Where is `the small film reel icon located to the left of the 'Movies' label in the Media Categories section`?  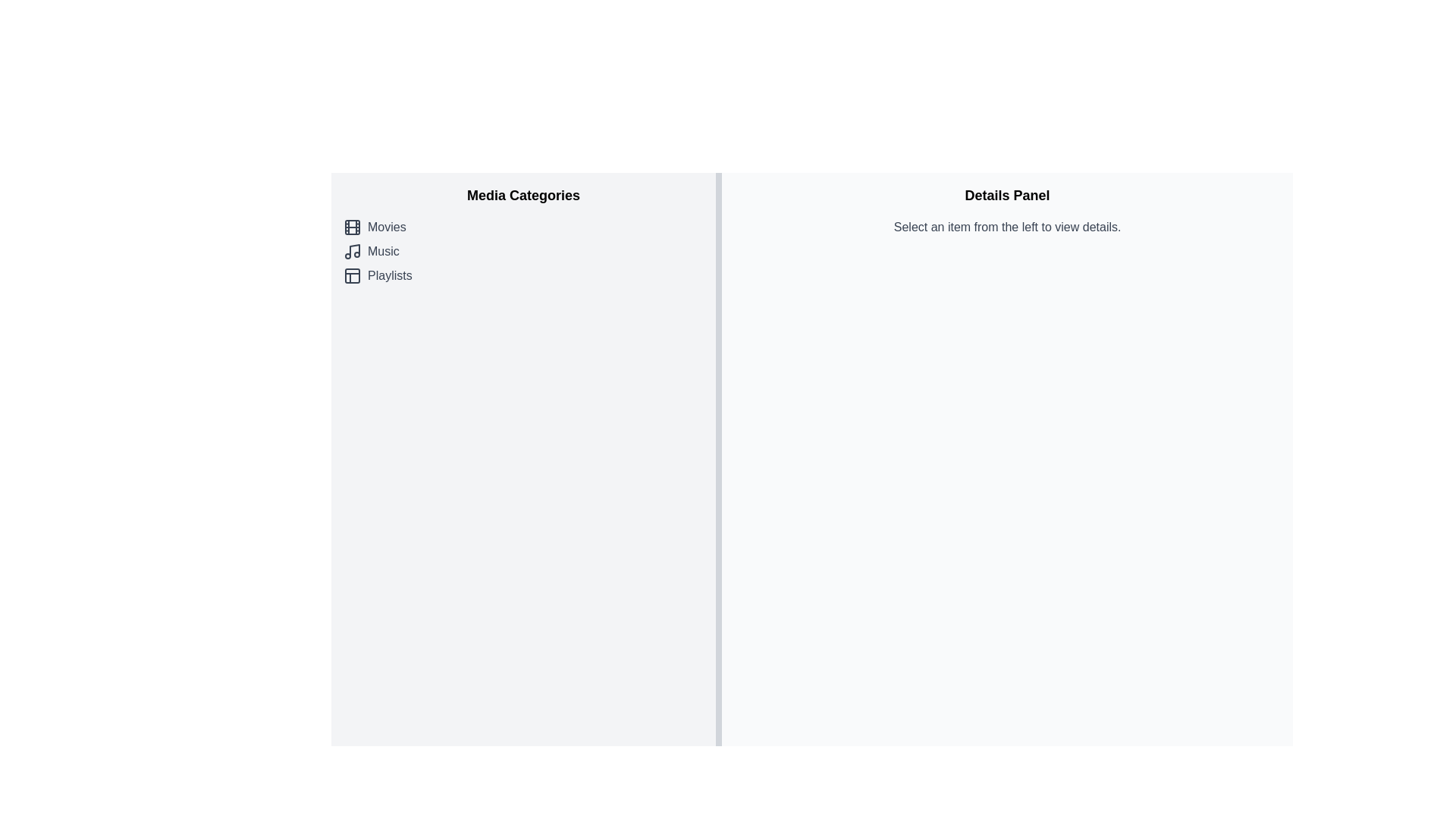 the small film reel icon located to the left of the 'Movies' label in the Media Categories section is located at coordinates (352, 227).